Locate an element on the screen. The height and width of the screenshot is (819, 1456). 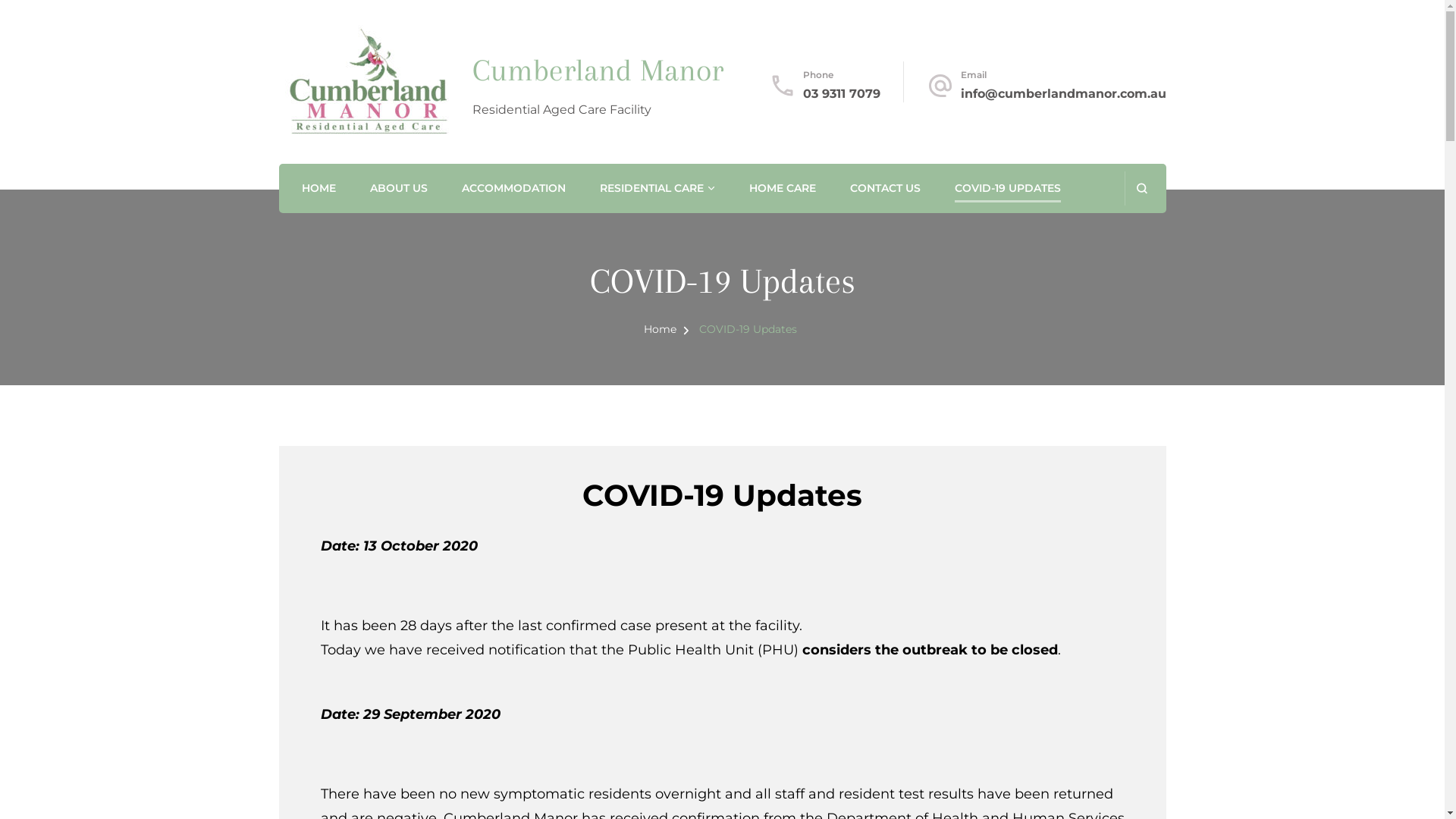
'ABOUT US' is located at coordinates (370, 189).